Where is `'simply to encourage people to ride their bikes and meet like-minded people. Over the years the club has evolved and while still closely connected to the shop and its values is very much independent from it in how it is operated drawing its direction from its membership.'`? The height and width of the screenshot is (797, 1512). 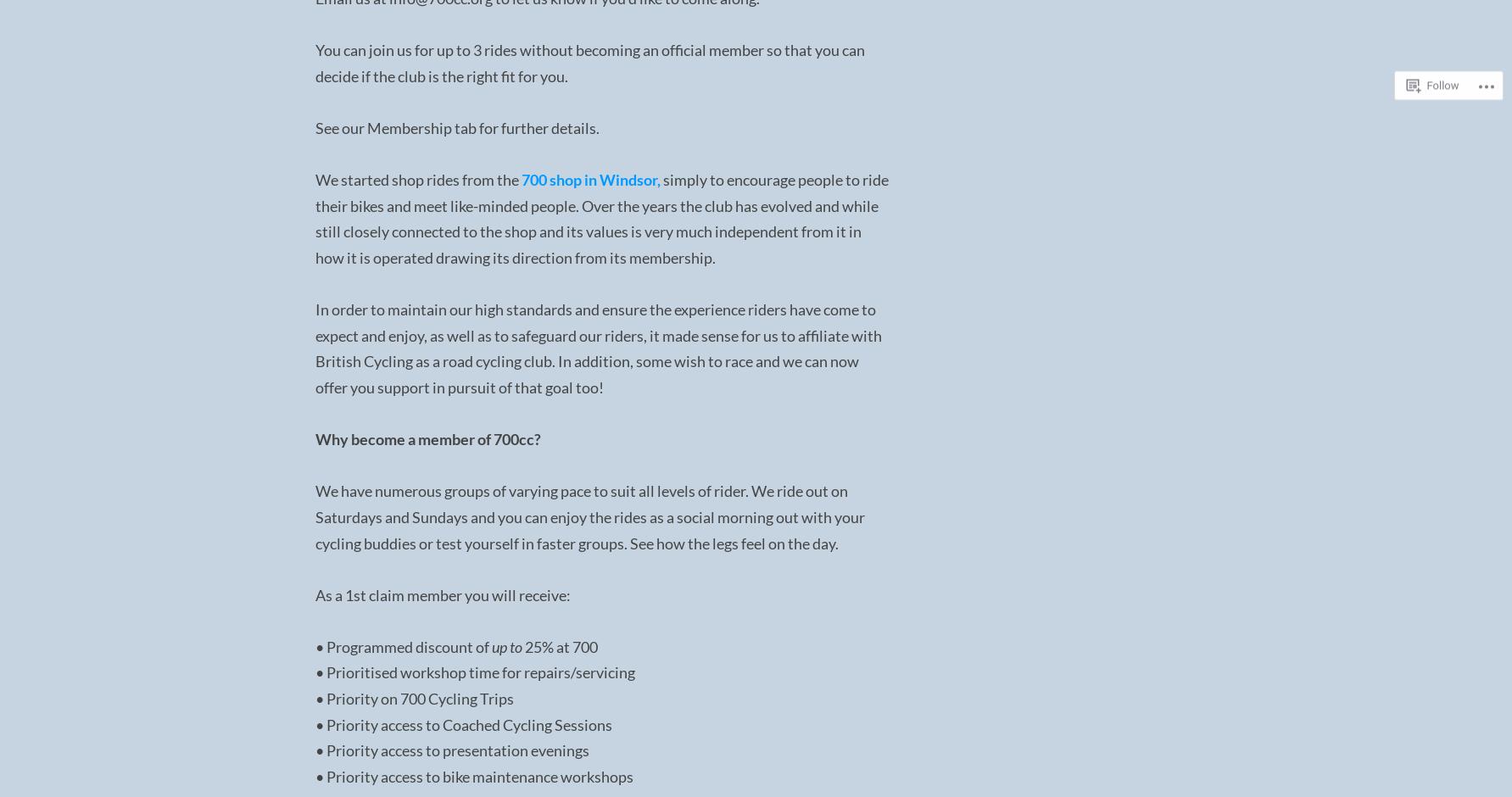
'simply to encourage people to ride their bikes and meet like-minded people. Over the years the club has evolved and while still closely connected to the shop and its values is very much independent from it in how it is operated drawing its direction from its membership.' is located at coordinates (600, 218).